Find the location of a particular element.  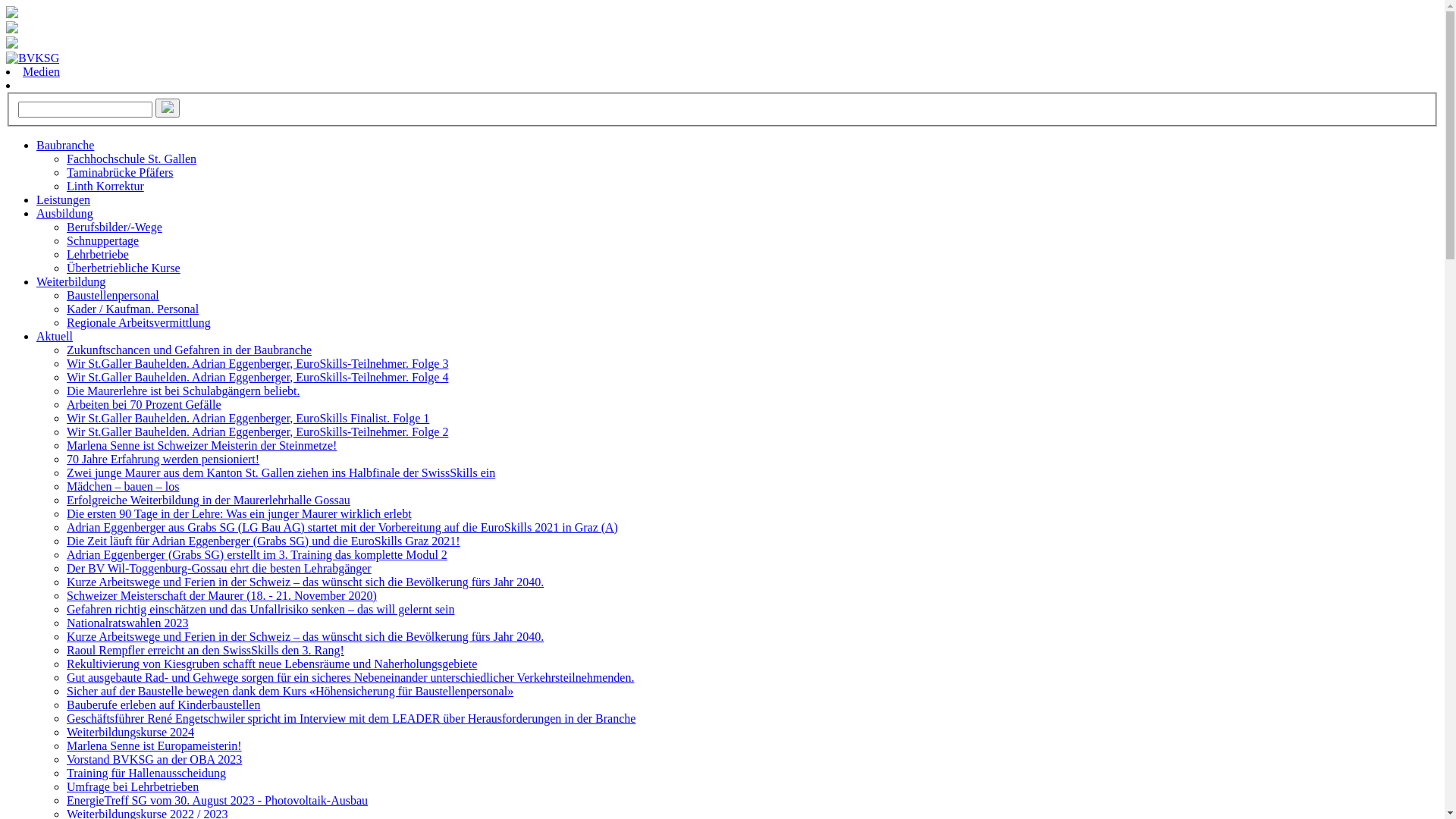

'Lehrbetriebe' is located at coordinates (65, 253).